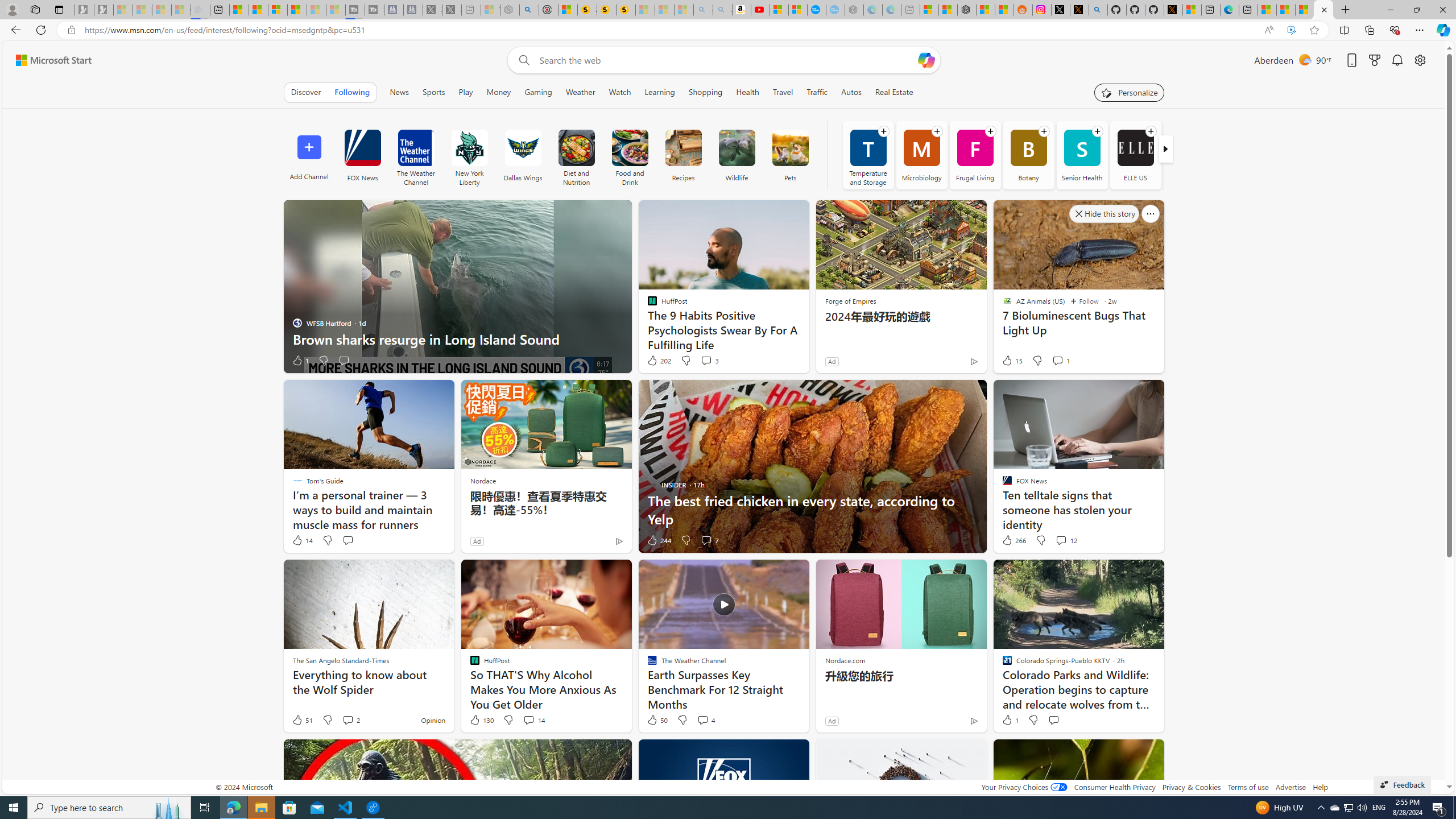 The image size is (1456, 819). I want to click on 'Food and Drink', so click(629, 154).